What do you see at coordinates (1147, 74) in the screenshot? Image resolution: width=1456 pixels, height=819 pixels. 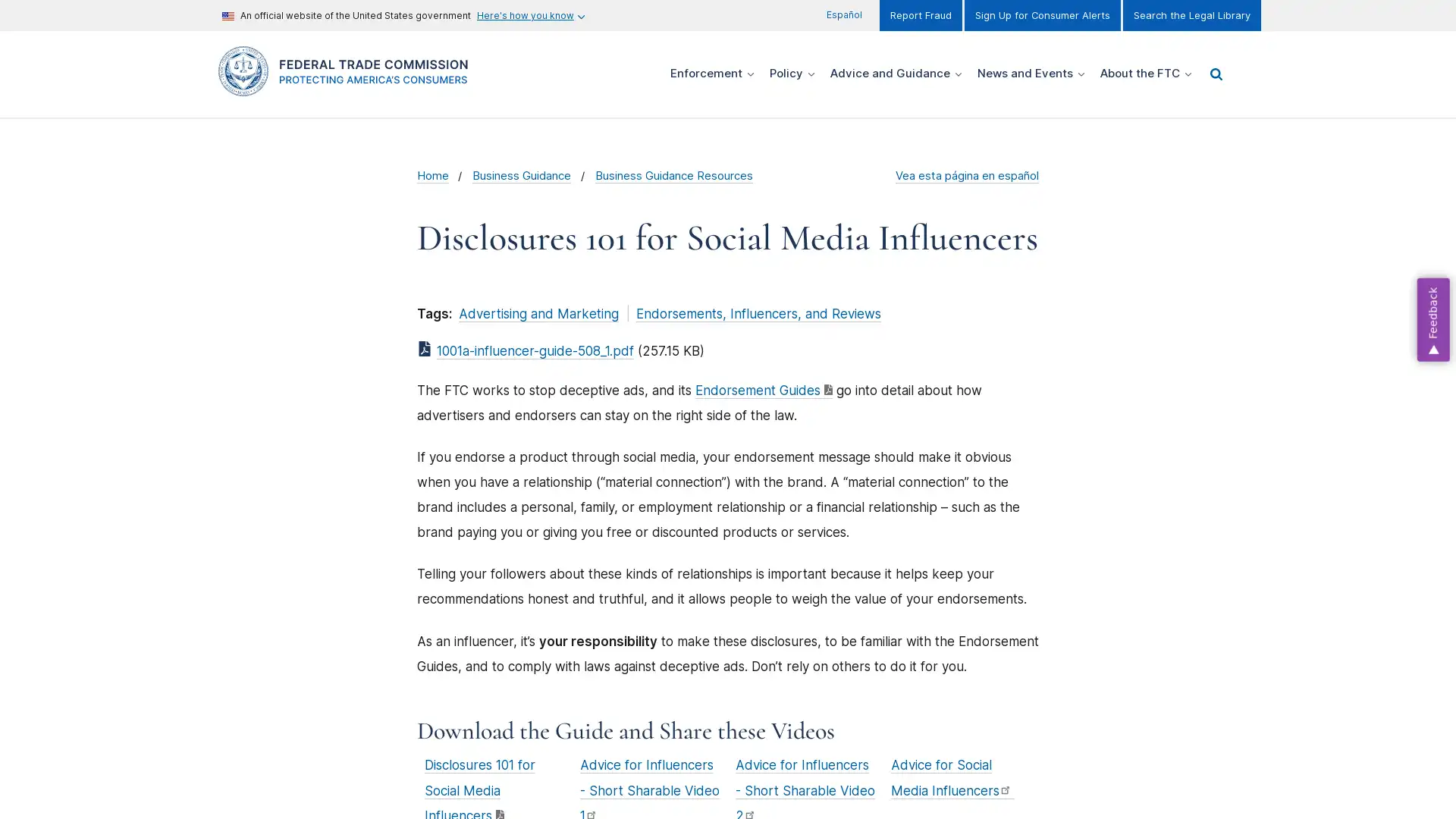 I see `Show/hide About the FTC menu items` at bounding box center [1147, 74].